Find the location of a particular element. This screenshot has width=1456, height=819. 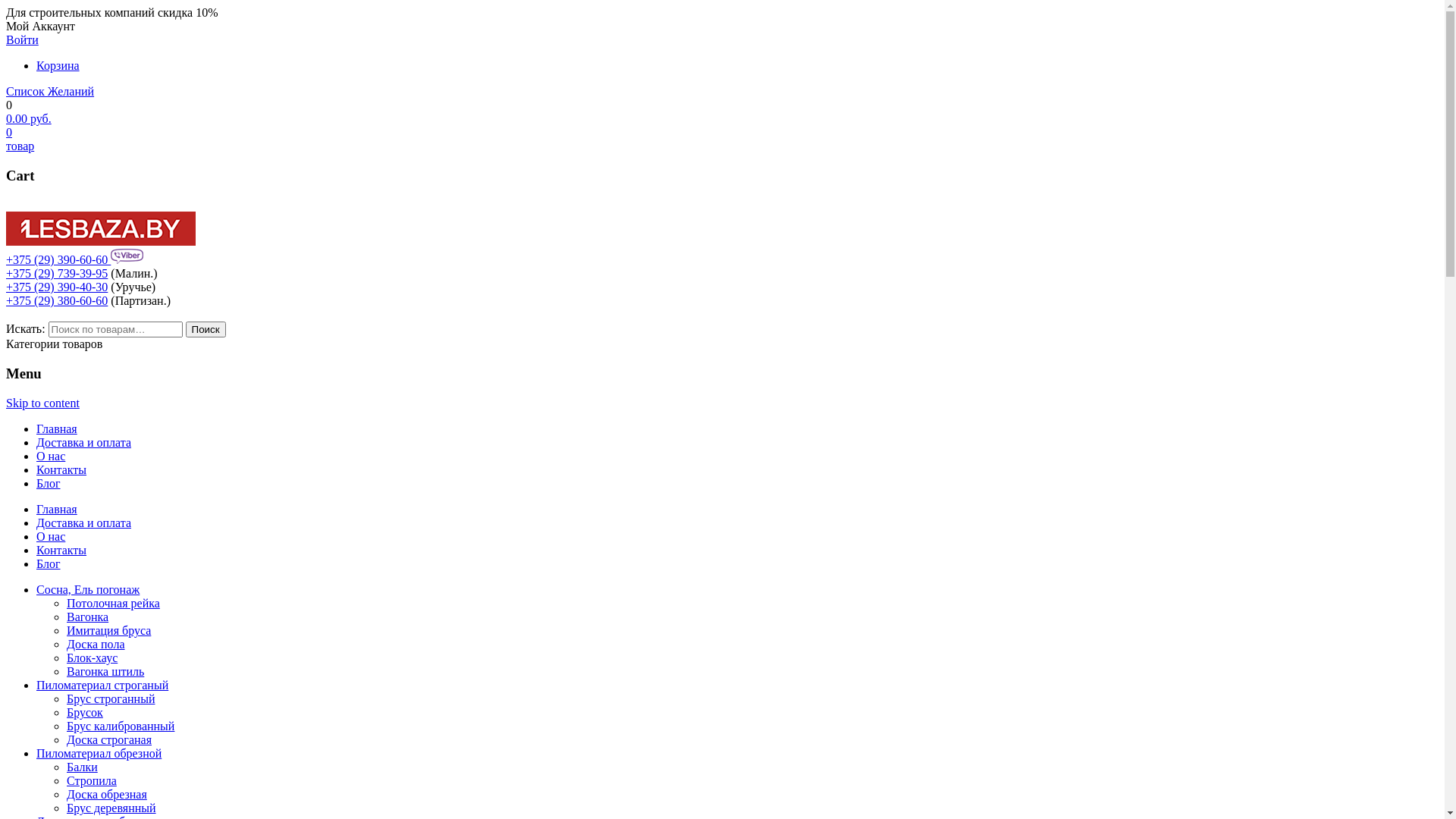

'+375 (29) 390-40-30' is located at coordinates (57, 287).